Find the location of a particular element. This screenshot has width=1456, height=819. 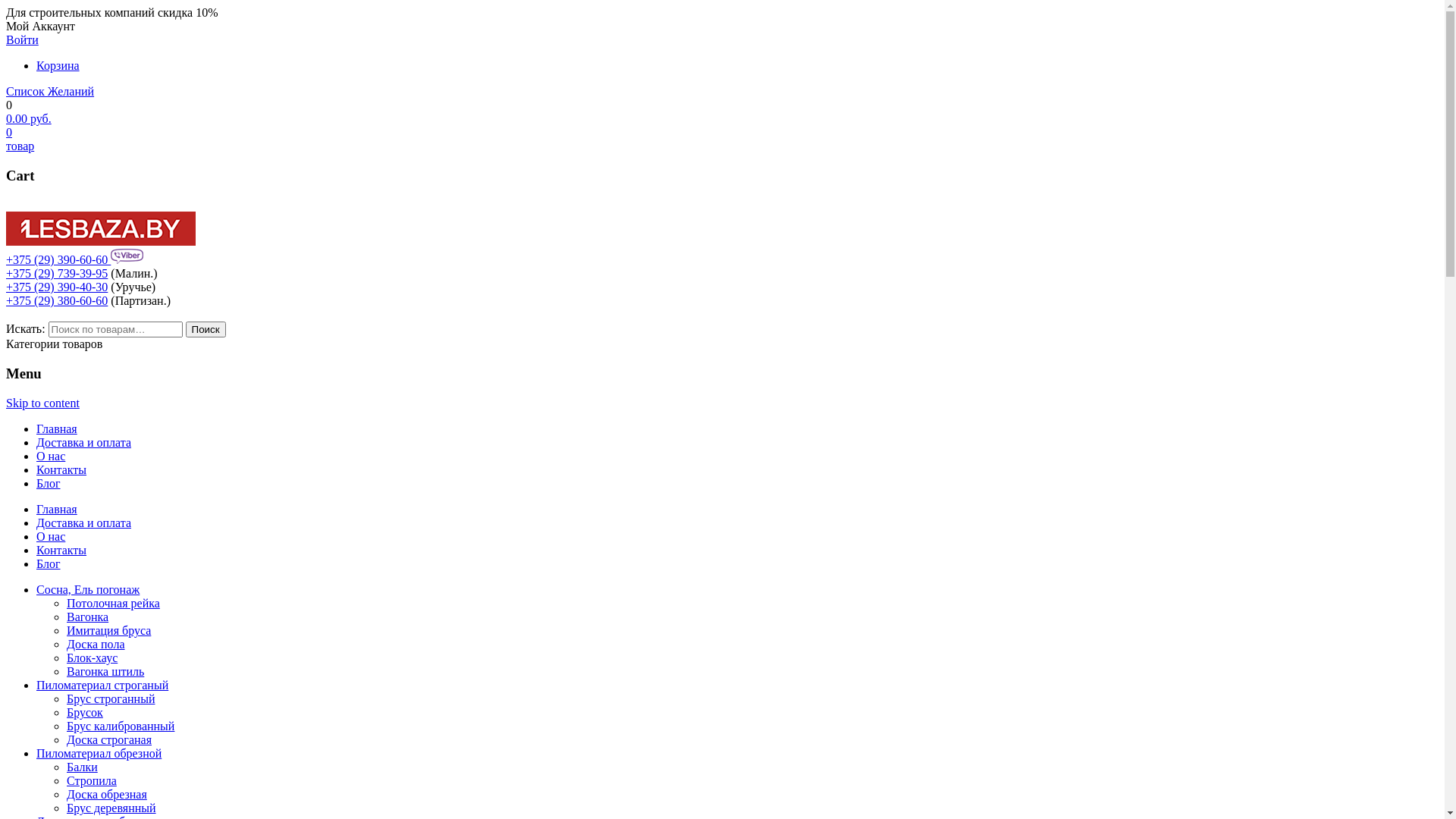

'+375 (29) 390-40-30' is located at coordinates (57, 287).